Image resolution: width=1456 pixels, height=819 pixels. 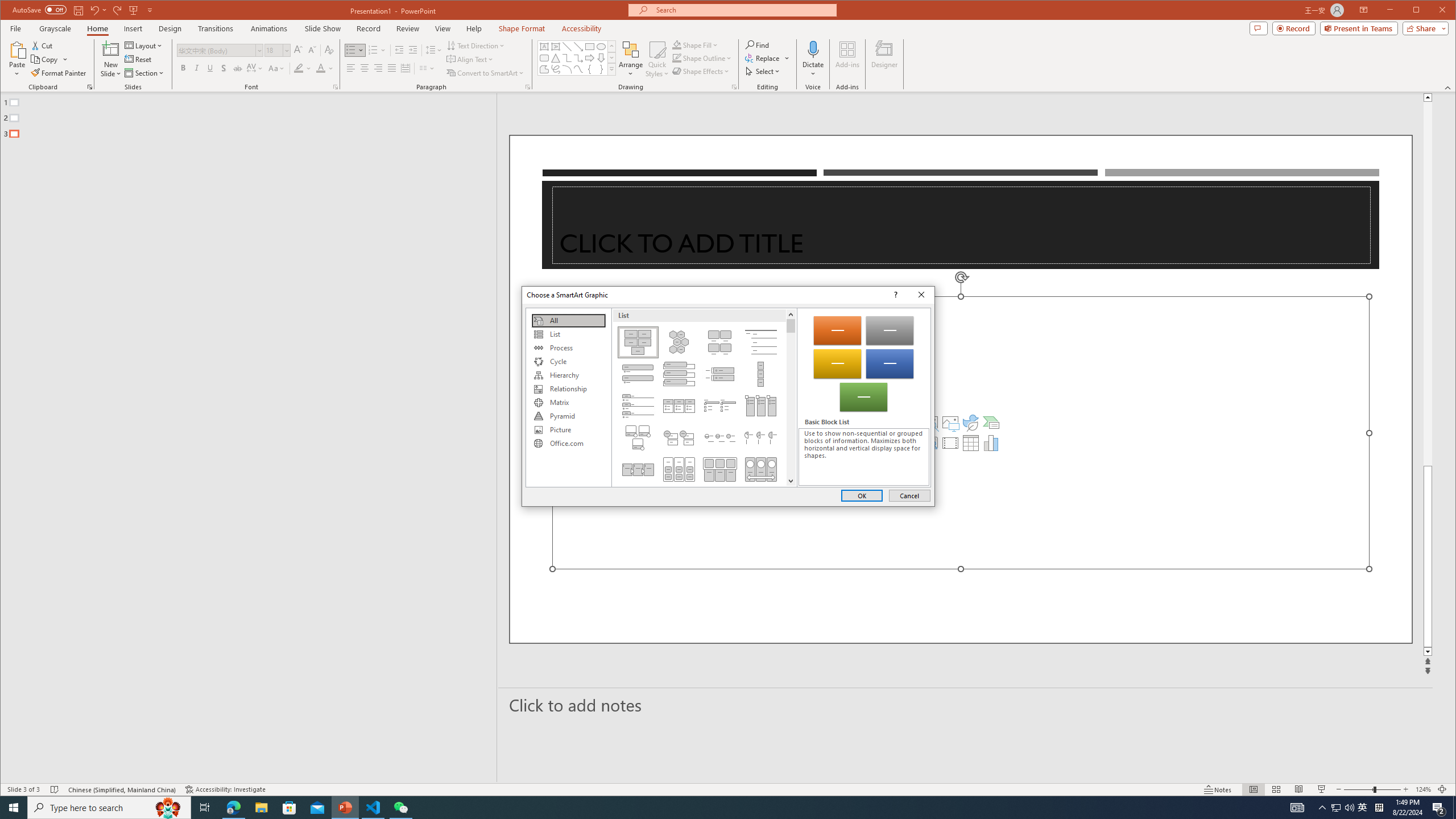 What do you see at coordinates (863, 457) in the screenshot?
I see `'Class: NetUITextbox'` at bounding box center [863, 457].